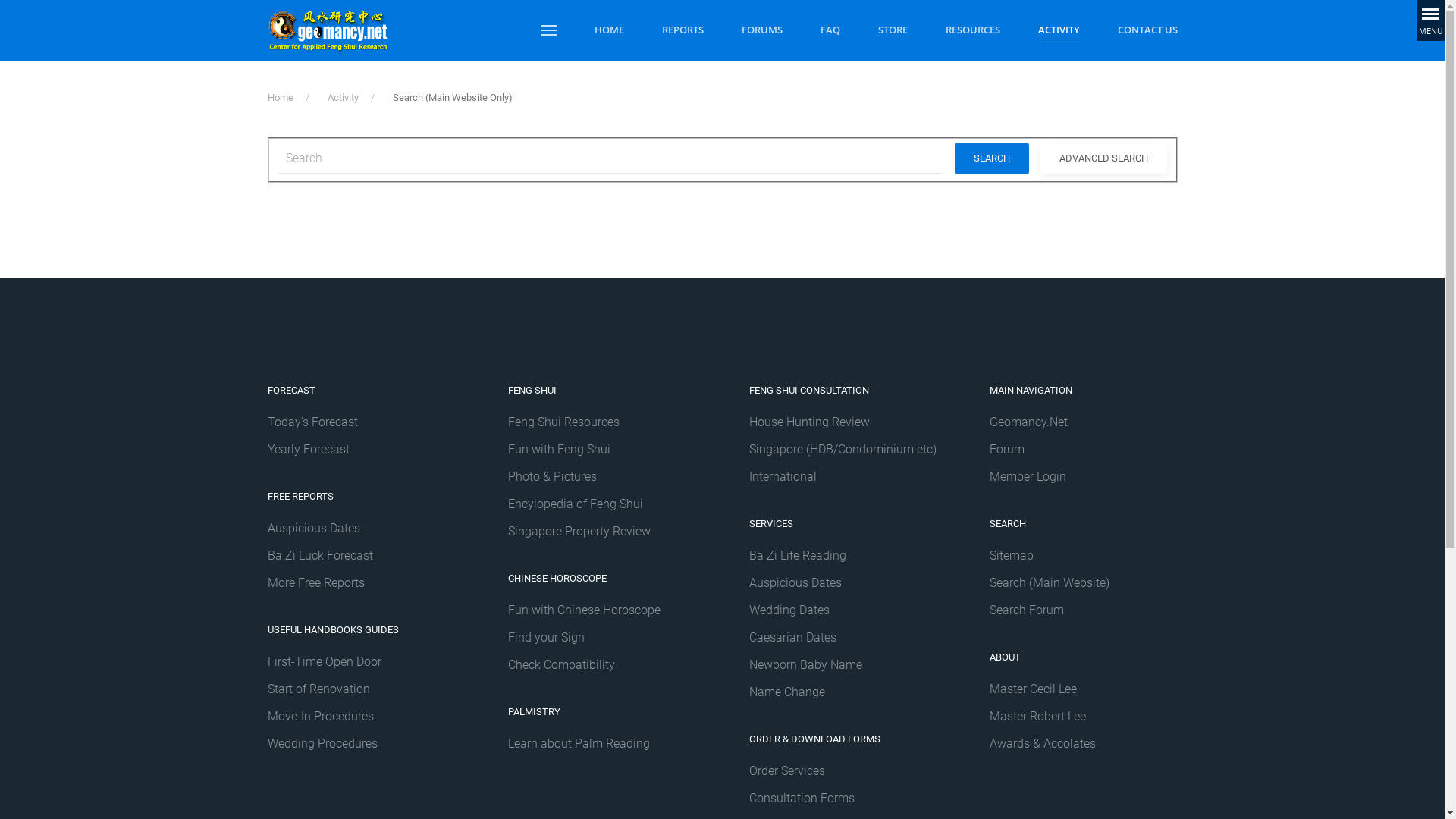 The width and height of the screenshot is (1456, 819). Describe the element at coordinates (990, 158) in the screenshot. I see `'SEARCH'` at that location.